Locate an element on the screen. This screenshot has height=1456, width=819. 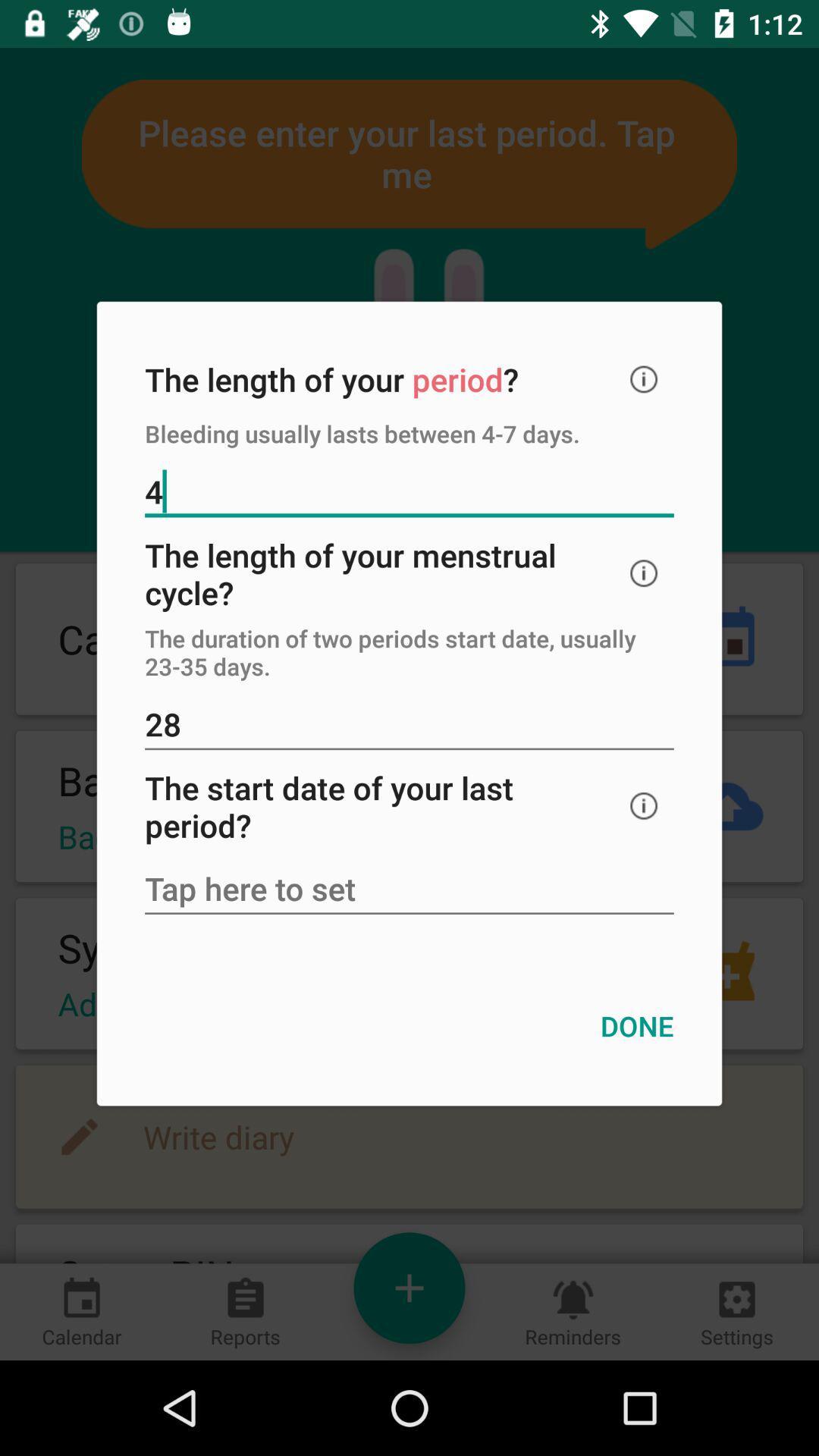
icon below the the duration of icon is located at coordinates (409, 725).